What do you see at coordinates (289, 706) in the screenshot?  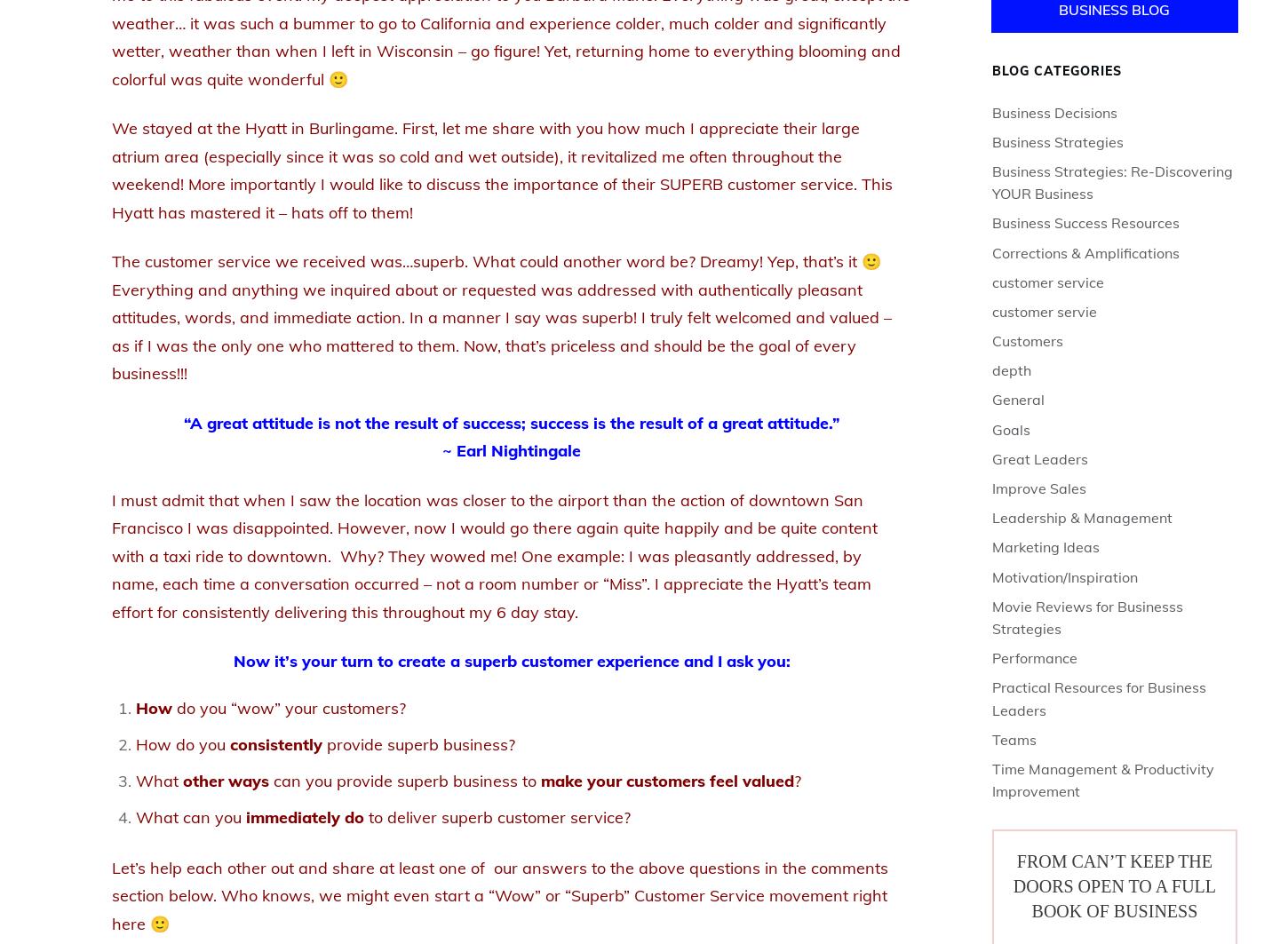 I see `'do you “wow” your customers?'` at bounding box center [289, 706].